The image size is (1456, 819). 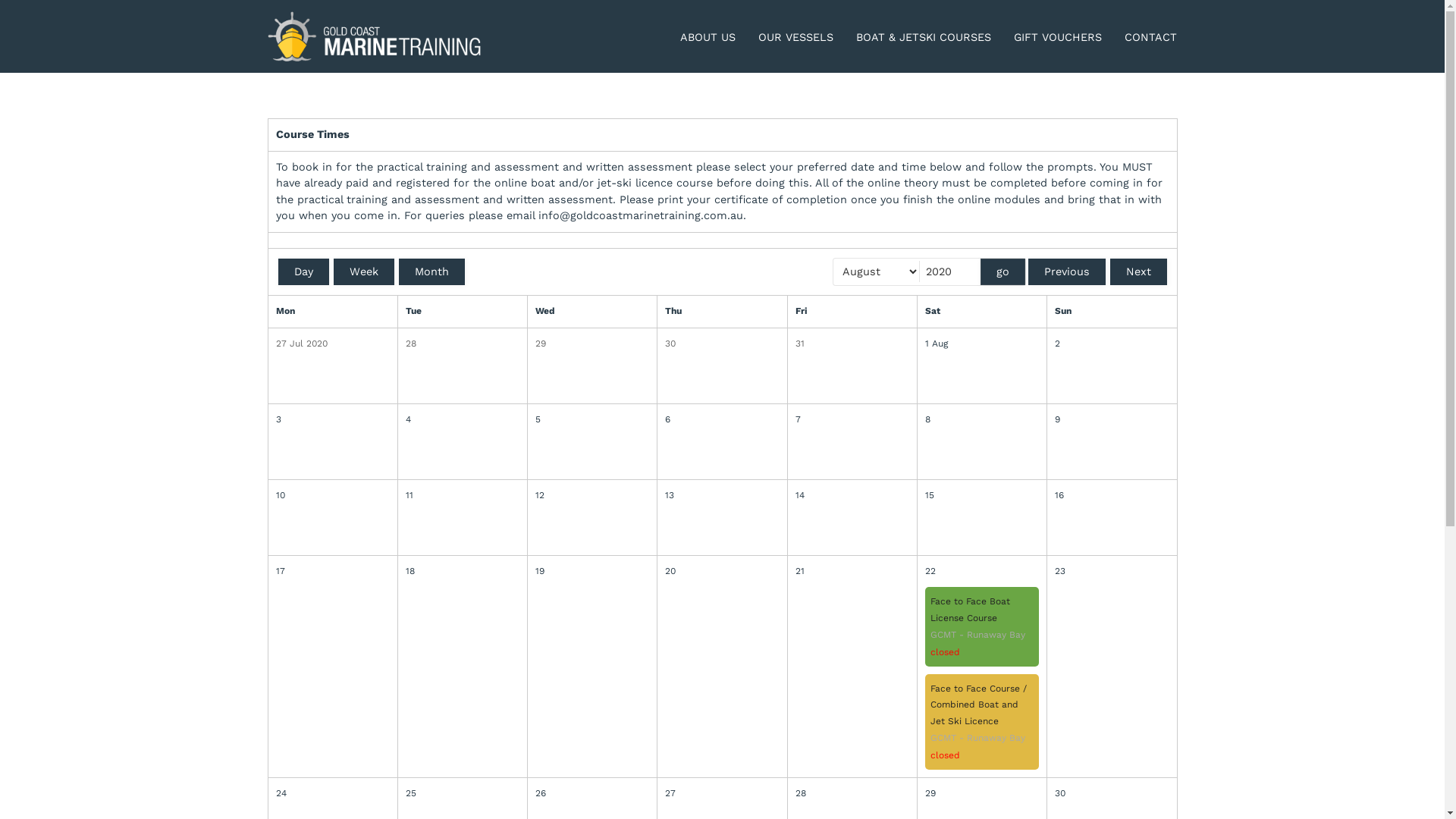 I want to click on '15', so click(x=982, y=496).